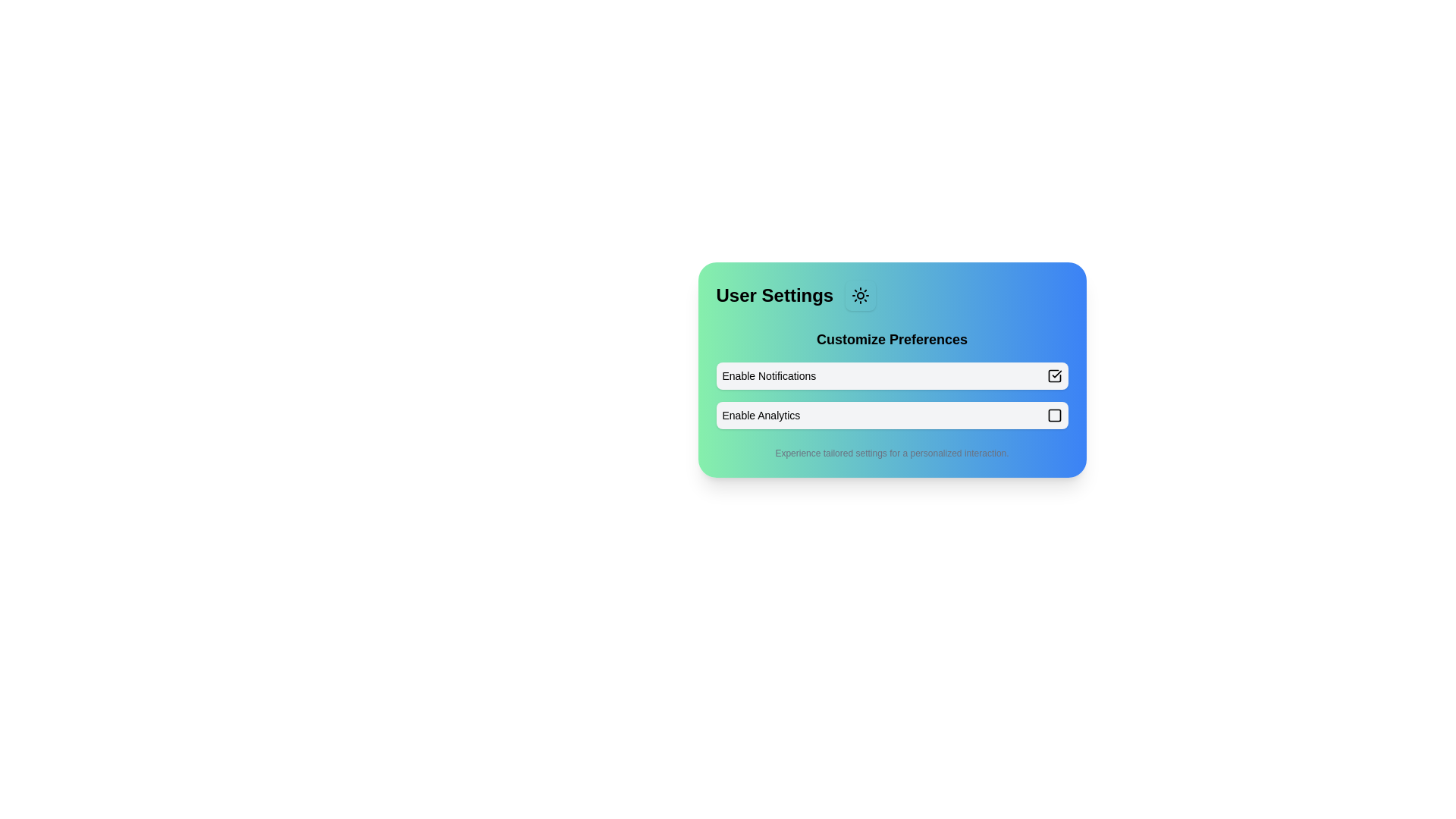 This screenshot has height=819, width=1456. I want to click on the square-shaped icon with rounded corners located to the right of the 'Enable Analytics' label in the 'Customize Preferences' section, so click(1053, 415).